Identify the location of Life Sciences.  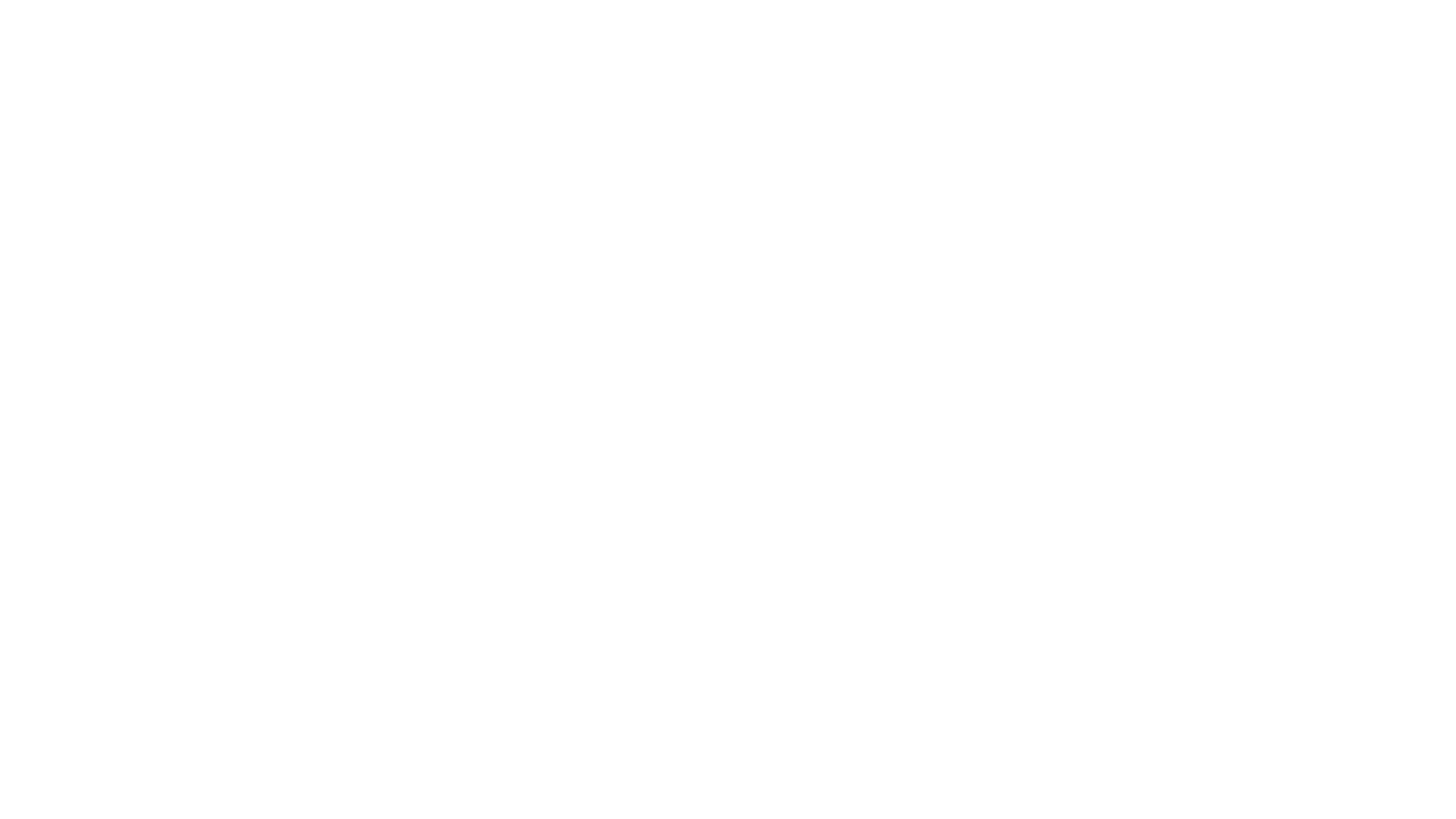
(585, 773).